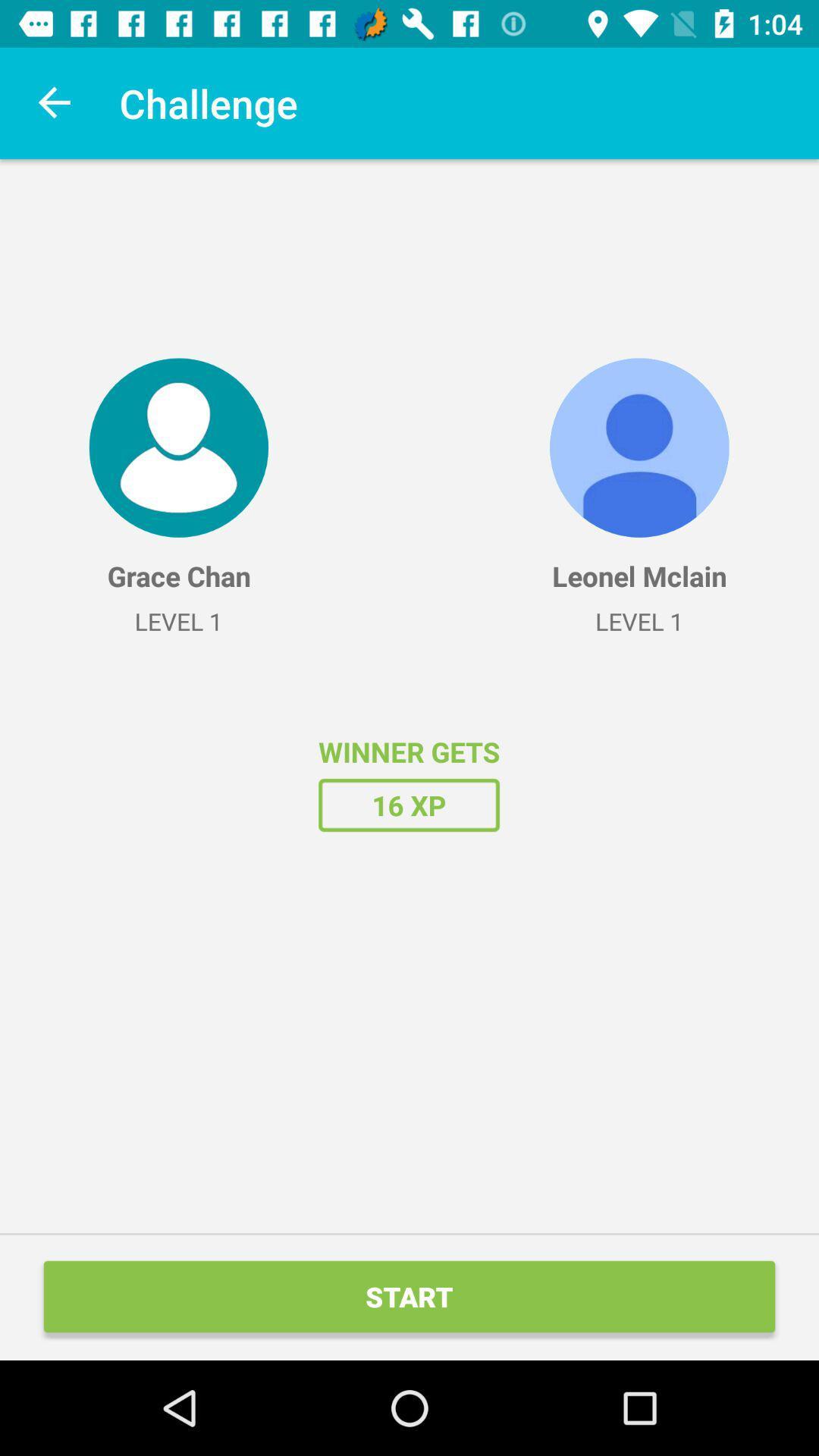 This screenshot has height=1456, width=819. Describe the element at coordinates (177, 447) in the screenshot. I see `change profile` at that location.